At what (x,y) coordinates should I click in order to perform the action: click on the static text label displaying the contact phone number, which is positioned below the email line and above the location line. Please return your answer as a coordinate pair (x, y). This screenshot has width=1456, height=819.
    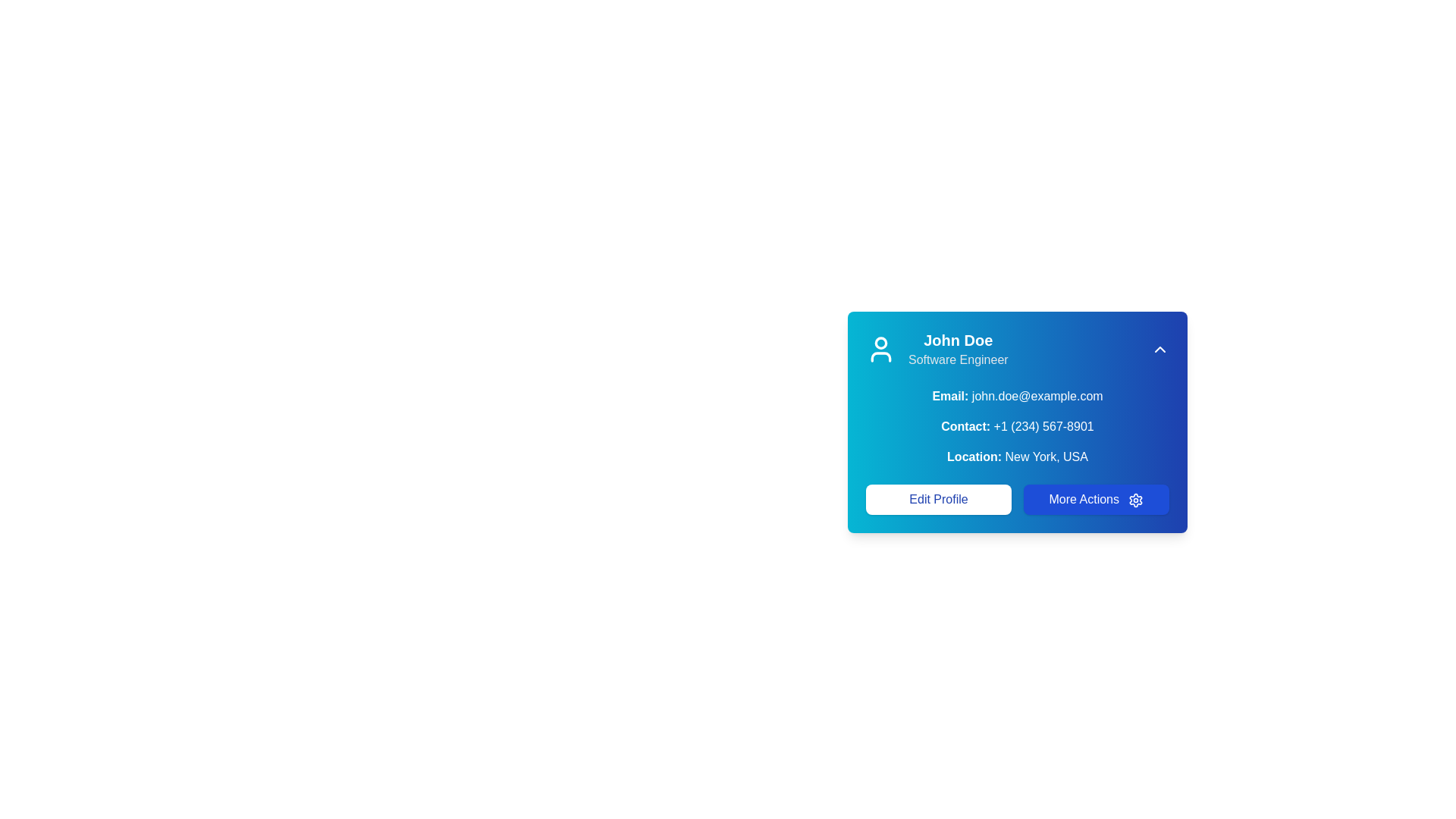
    Looking at the image, I should click on (1018, 427).